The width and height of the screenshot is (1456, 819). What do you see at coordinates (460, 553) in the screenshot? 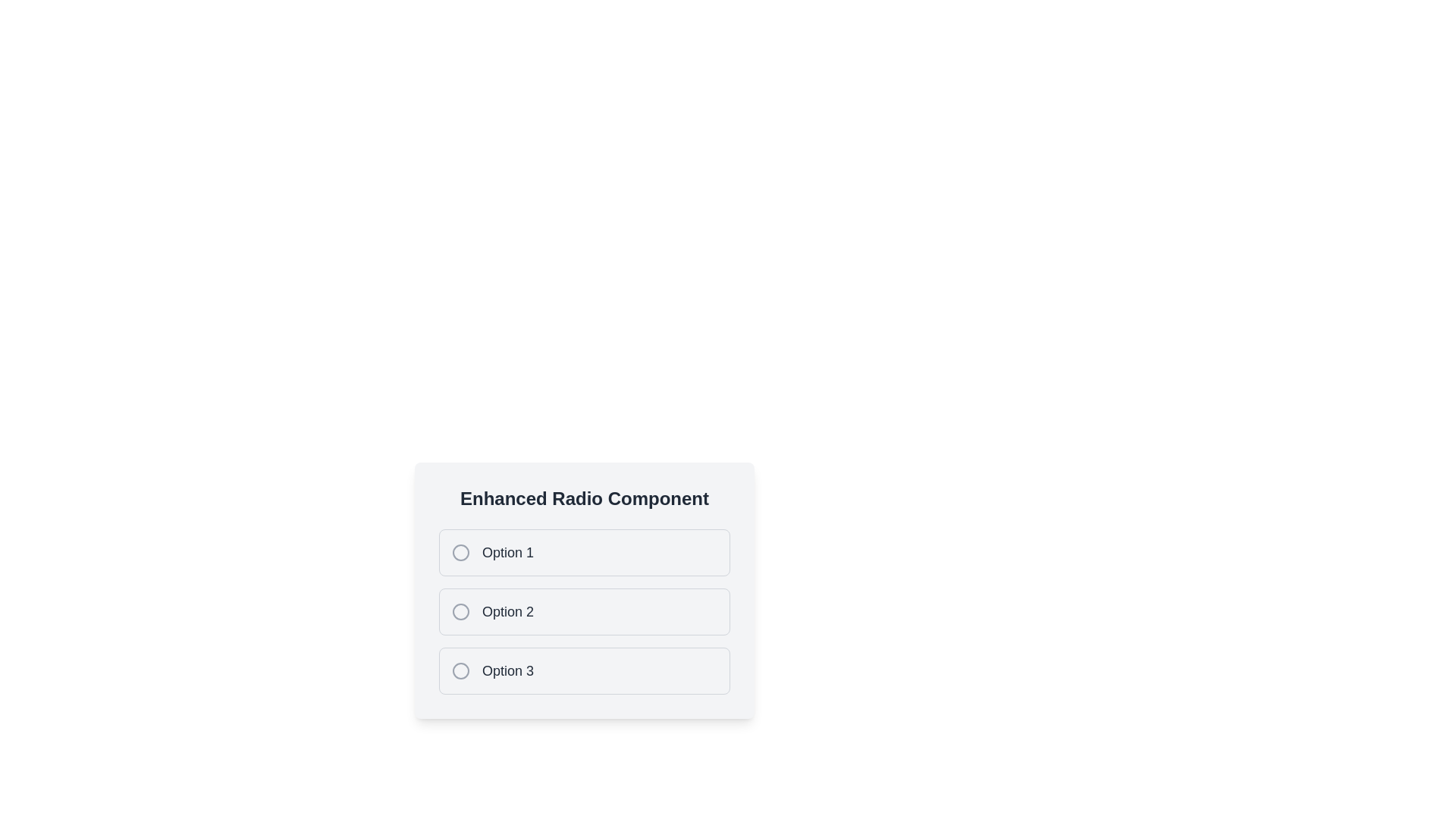
I see `the inner circle of the radio button for 'Option 1' in the 'Enhanced Radio Component', which indicates that this option is selected` at bounding box center [460, 553].